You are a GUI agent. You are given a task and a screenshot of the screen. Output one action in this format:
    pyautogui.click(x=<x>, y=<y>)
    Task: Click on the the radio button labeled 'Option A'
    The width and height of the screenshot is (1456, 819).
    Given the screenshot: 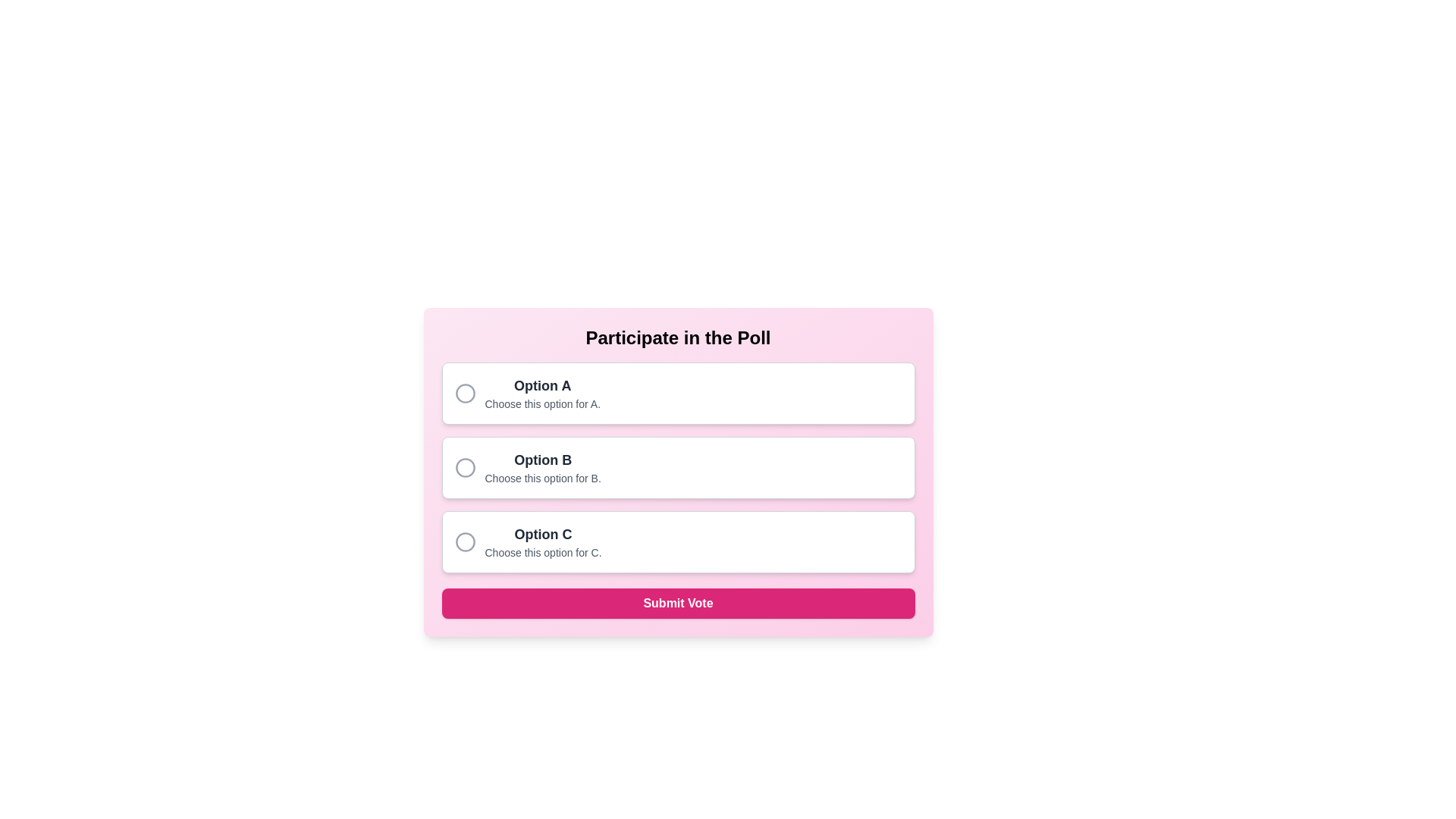 What is the action you would take?
    pyautogui.click(x=677, y=393)
    